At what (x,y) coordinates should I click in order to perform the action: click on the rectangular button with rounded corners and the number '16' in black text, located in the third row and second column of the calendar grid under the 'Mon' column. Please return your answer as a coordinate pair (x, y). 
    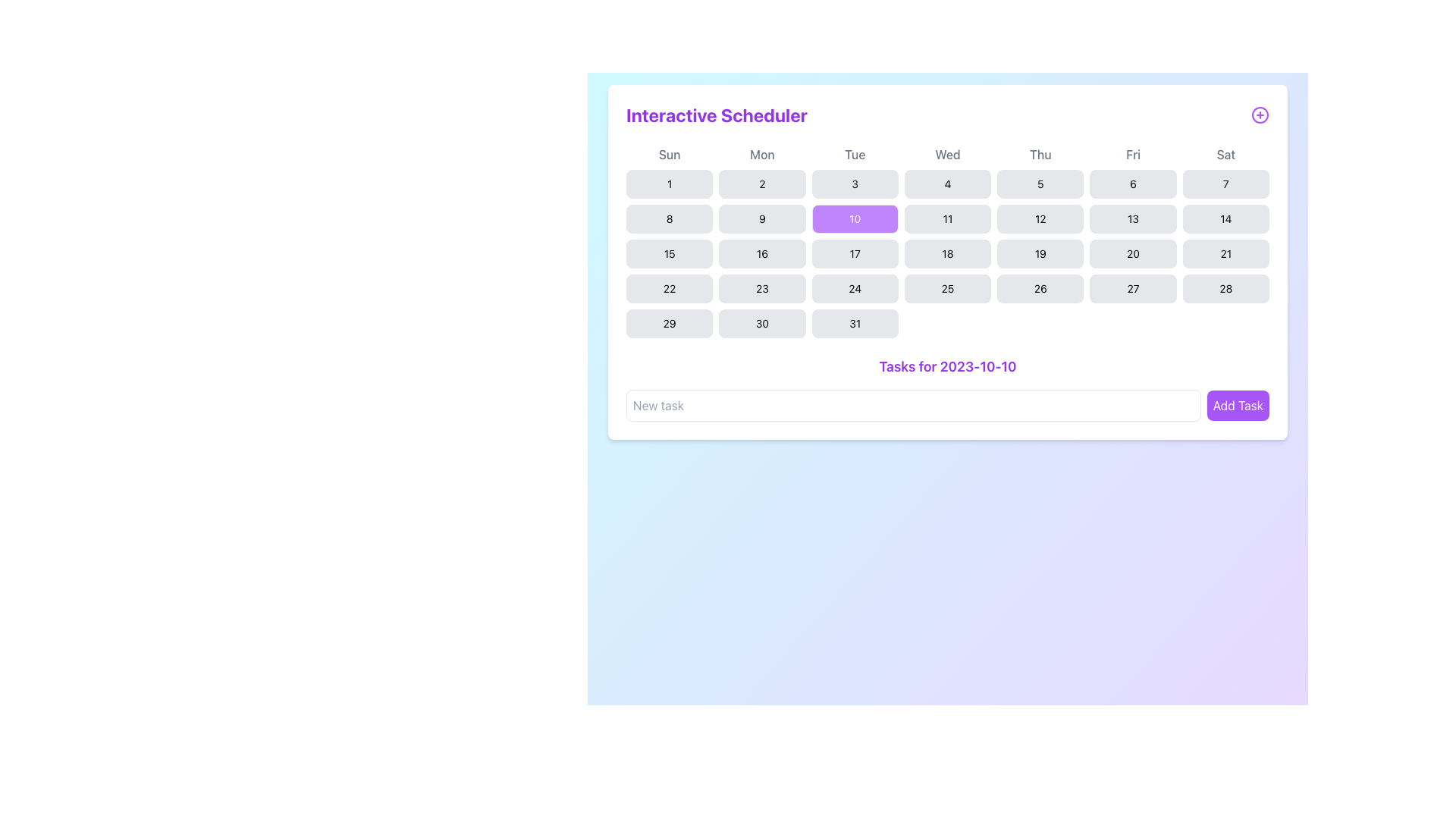
    Looking at the image, I should click on (762, 253).